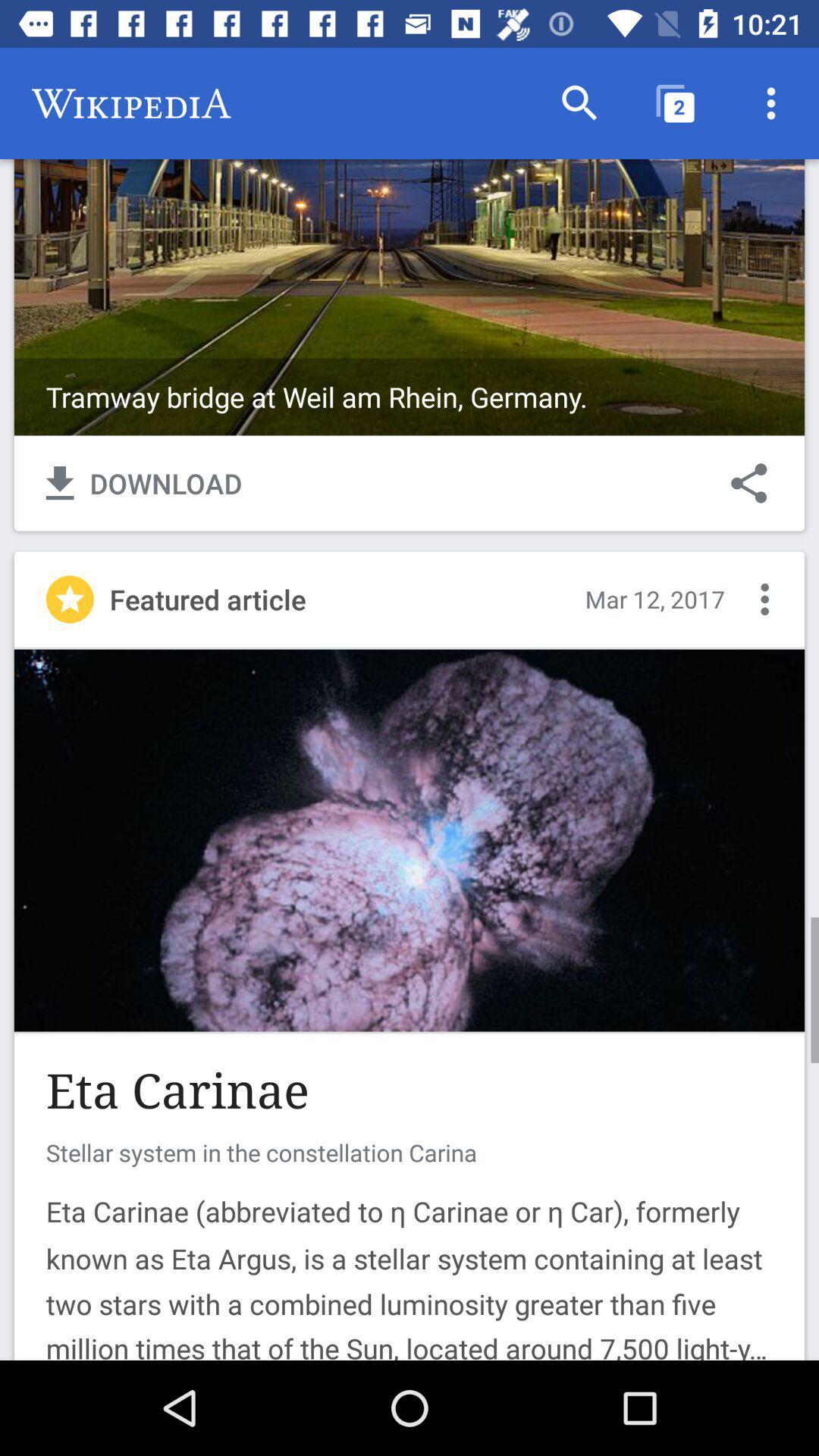  What do you see at coordinates (764, 598) in the screenshot?
I see `option additional options and settings` at bounding box center [764, 598].